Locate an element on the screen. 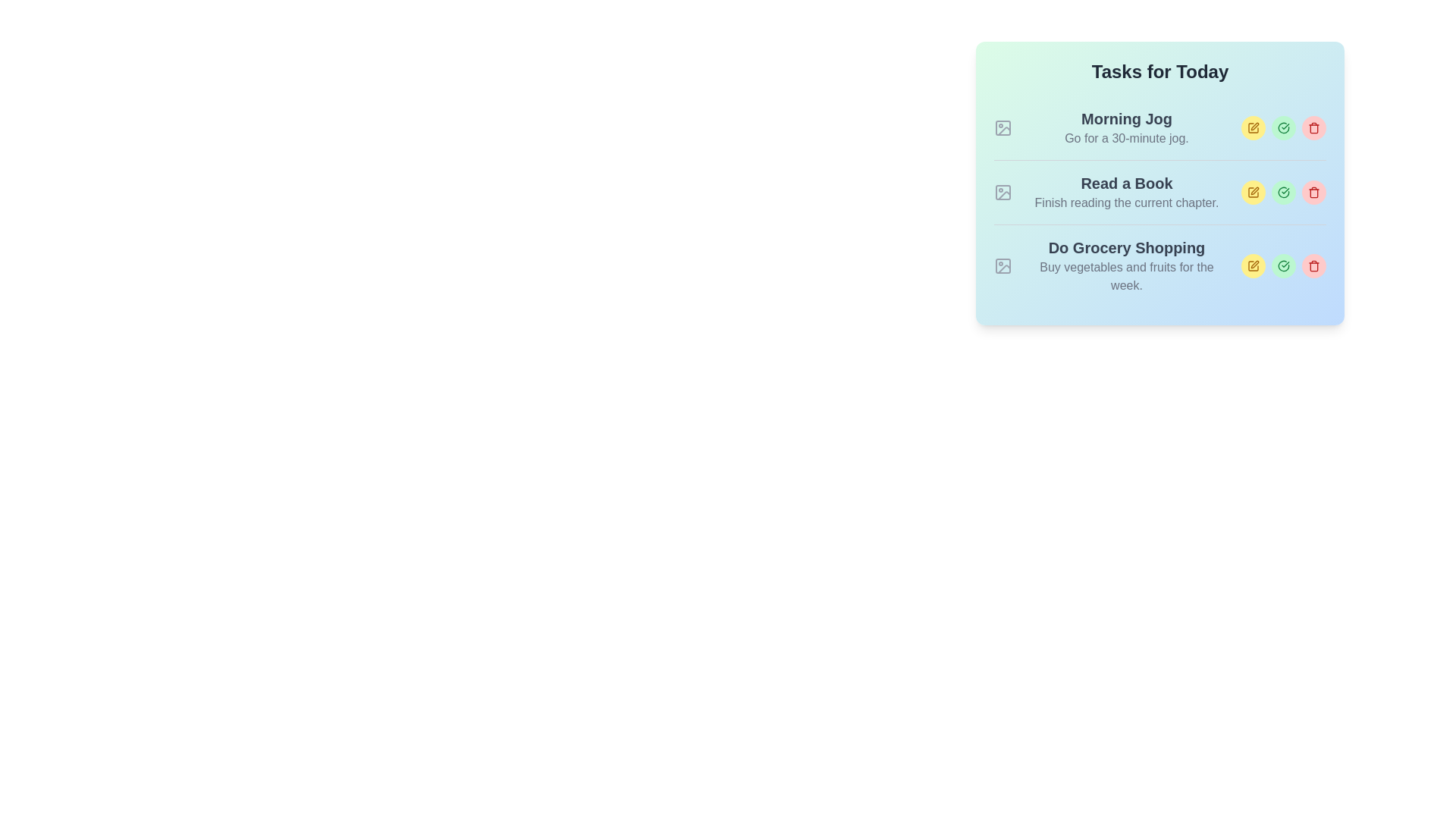  the circular yellow button with a pen icon is located at coordinates (1253, 265).